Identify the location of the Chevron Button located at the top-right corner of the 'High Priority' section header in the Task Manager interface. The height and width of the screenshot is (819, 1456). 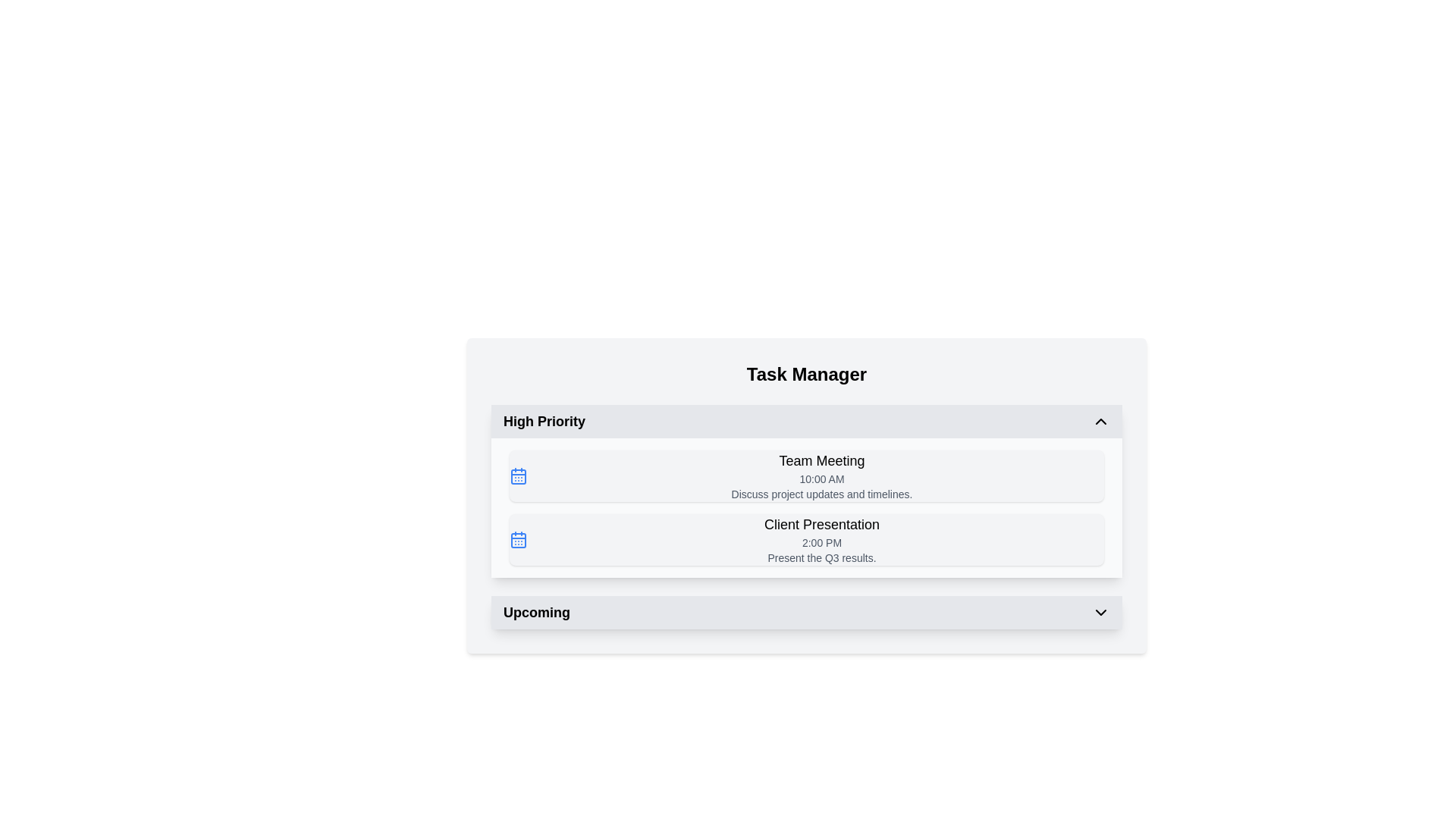
(1100, 421).